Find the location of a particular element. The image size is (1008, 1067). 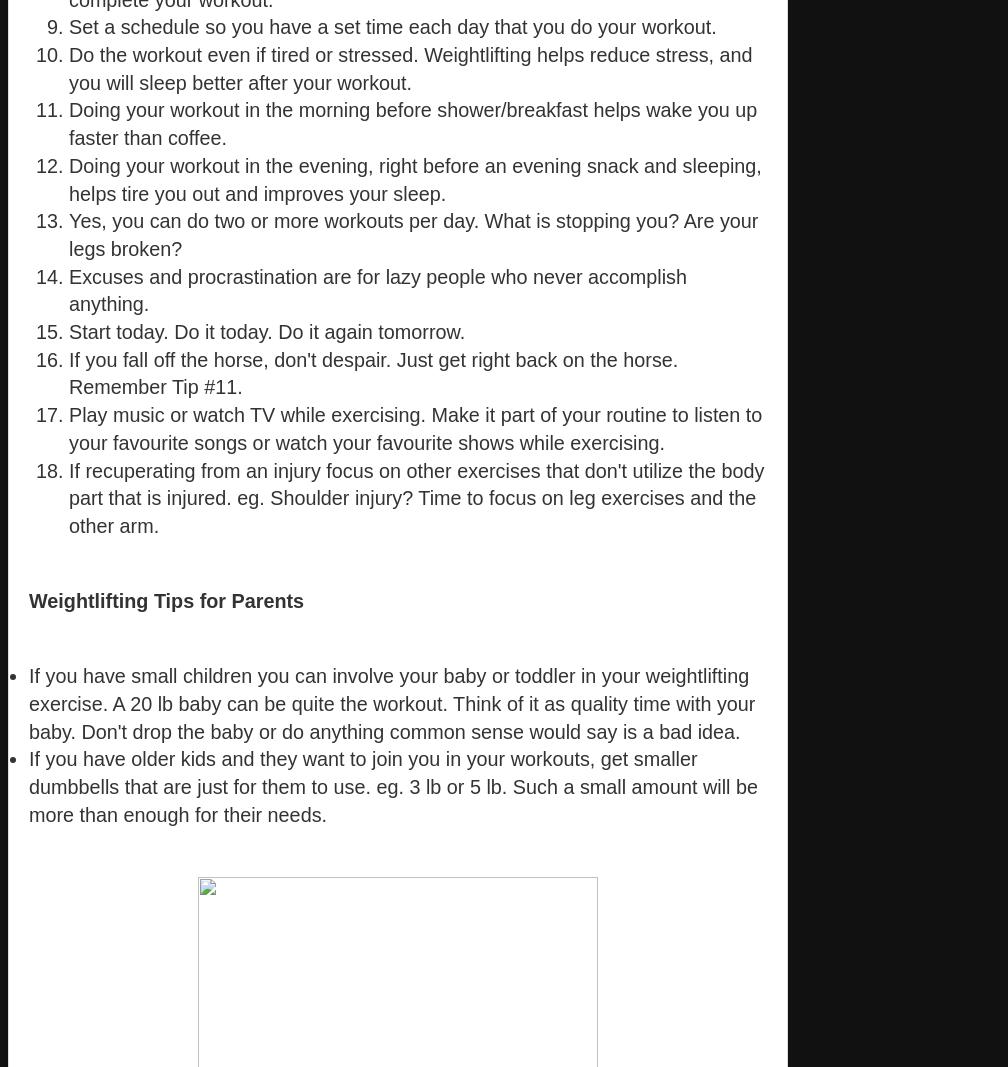

'If you have small children you can involve your baby or toddler in your weightlifting exercise. A 20 lb baby can be quite the workout. Think of it as quality time with your baby. Don't drop the baby or do anything common sense would say is a bad idea.' is located at coordinates (392, 703).